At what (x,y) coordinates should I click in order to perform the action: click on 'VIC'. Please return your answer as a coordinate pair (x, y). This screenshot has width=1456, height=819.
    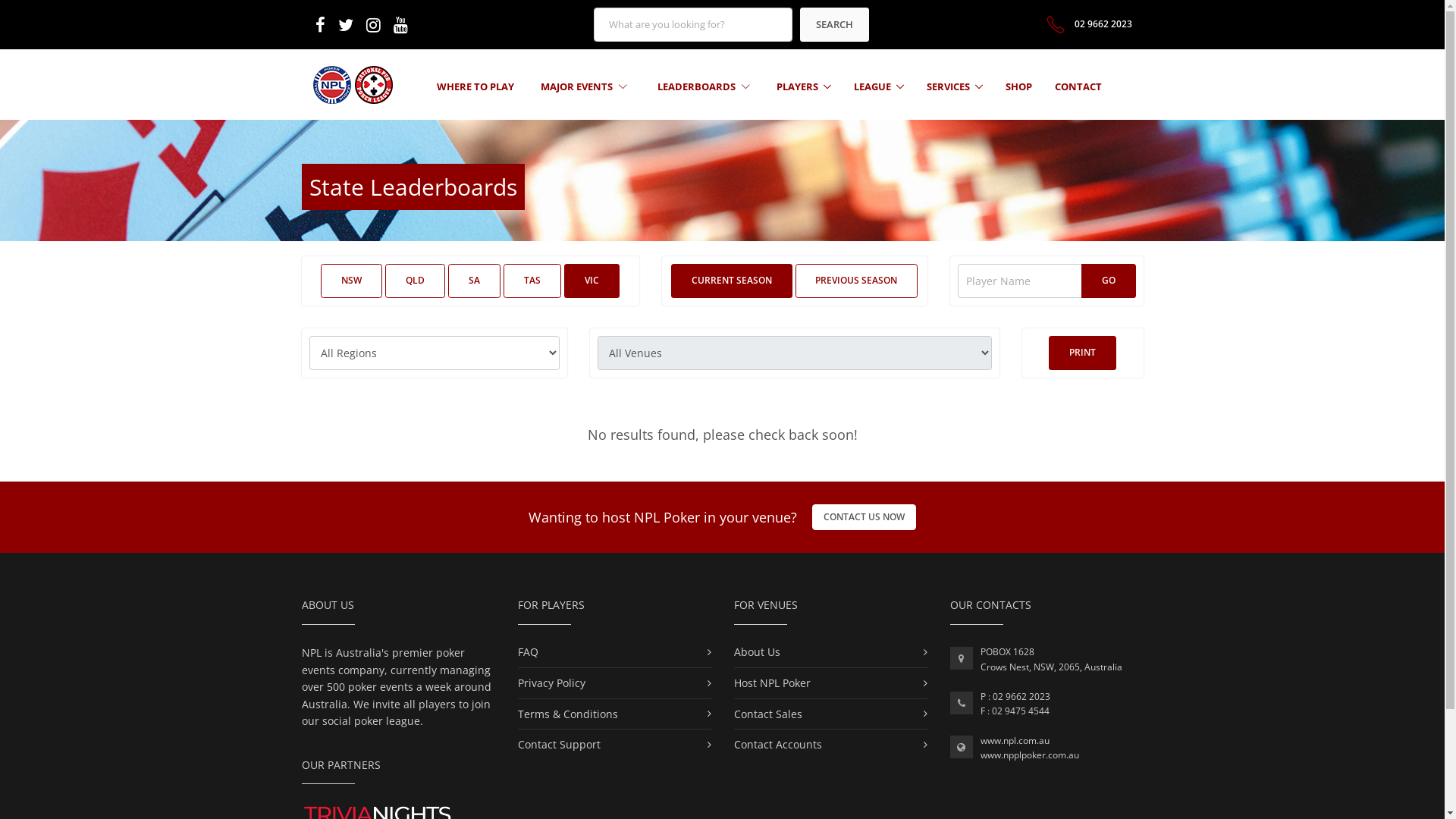
    Looking at the image, I should click on (591, 281).